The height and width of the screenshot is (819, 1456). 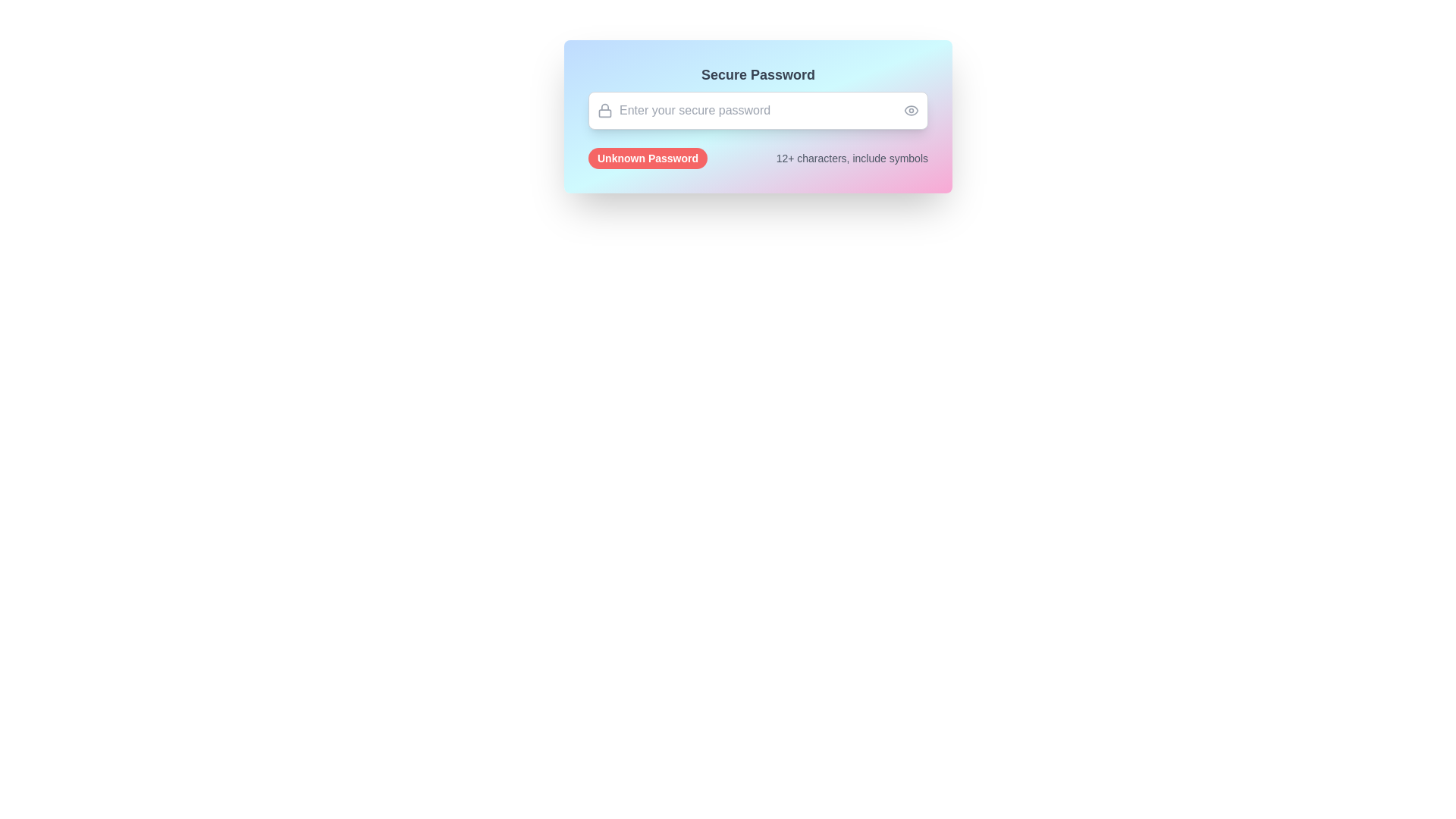 I want to click on the body of the lock icon, which symbolizes security and is located next to the input field labeled 'Enter your secure password', so click(x=604, y=112).